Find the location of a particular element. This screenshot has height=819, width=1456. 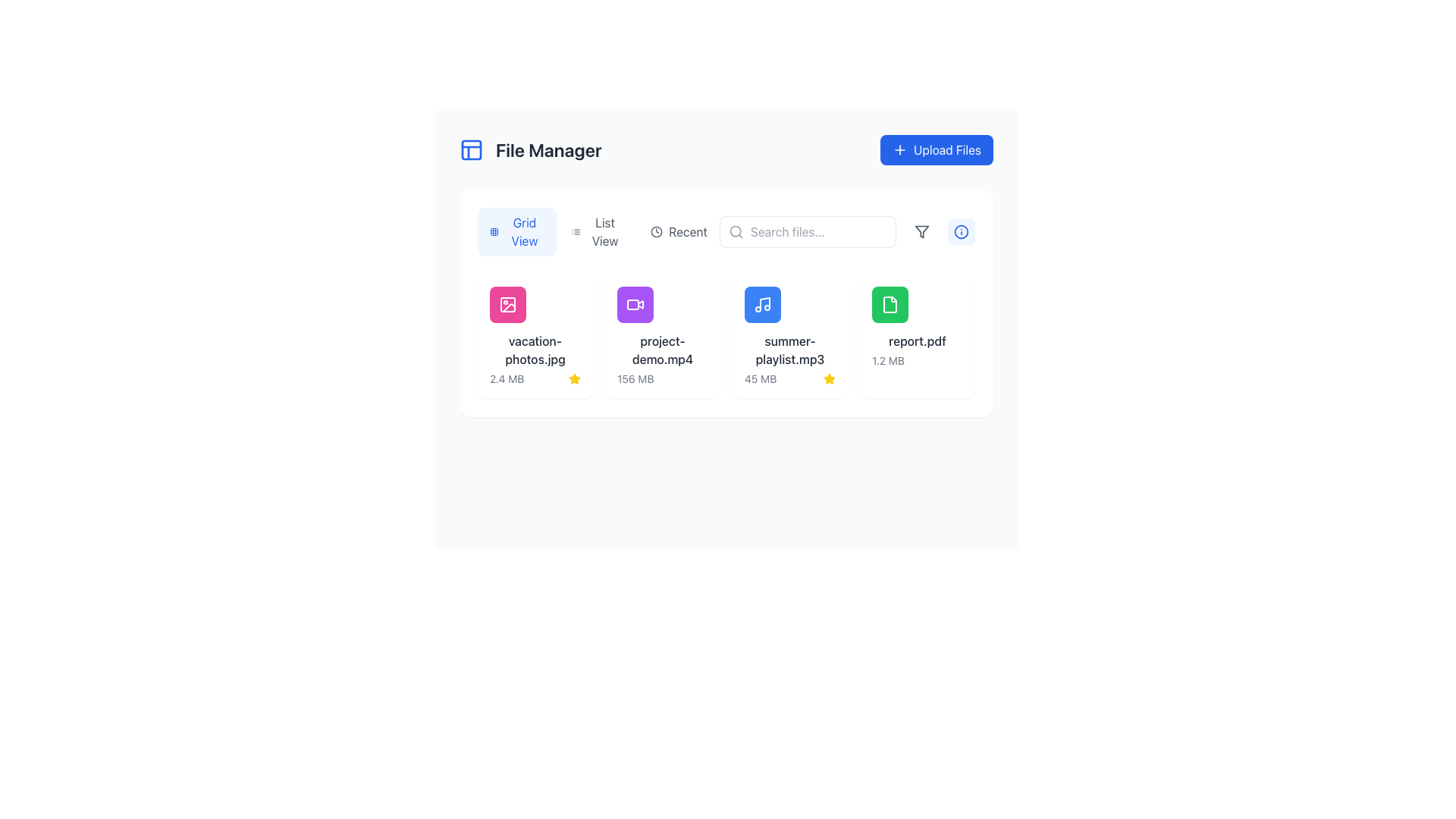

the 'File Manager' label with the blue icon on the left, located in the top-left area of the interface, adjacent to the 'Upload Files' button is located at coordinates (530, 149).